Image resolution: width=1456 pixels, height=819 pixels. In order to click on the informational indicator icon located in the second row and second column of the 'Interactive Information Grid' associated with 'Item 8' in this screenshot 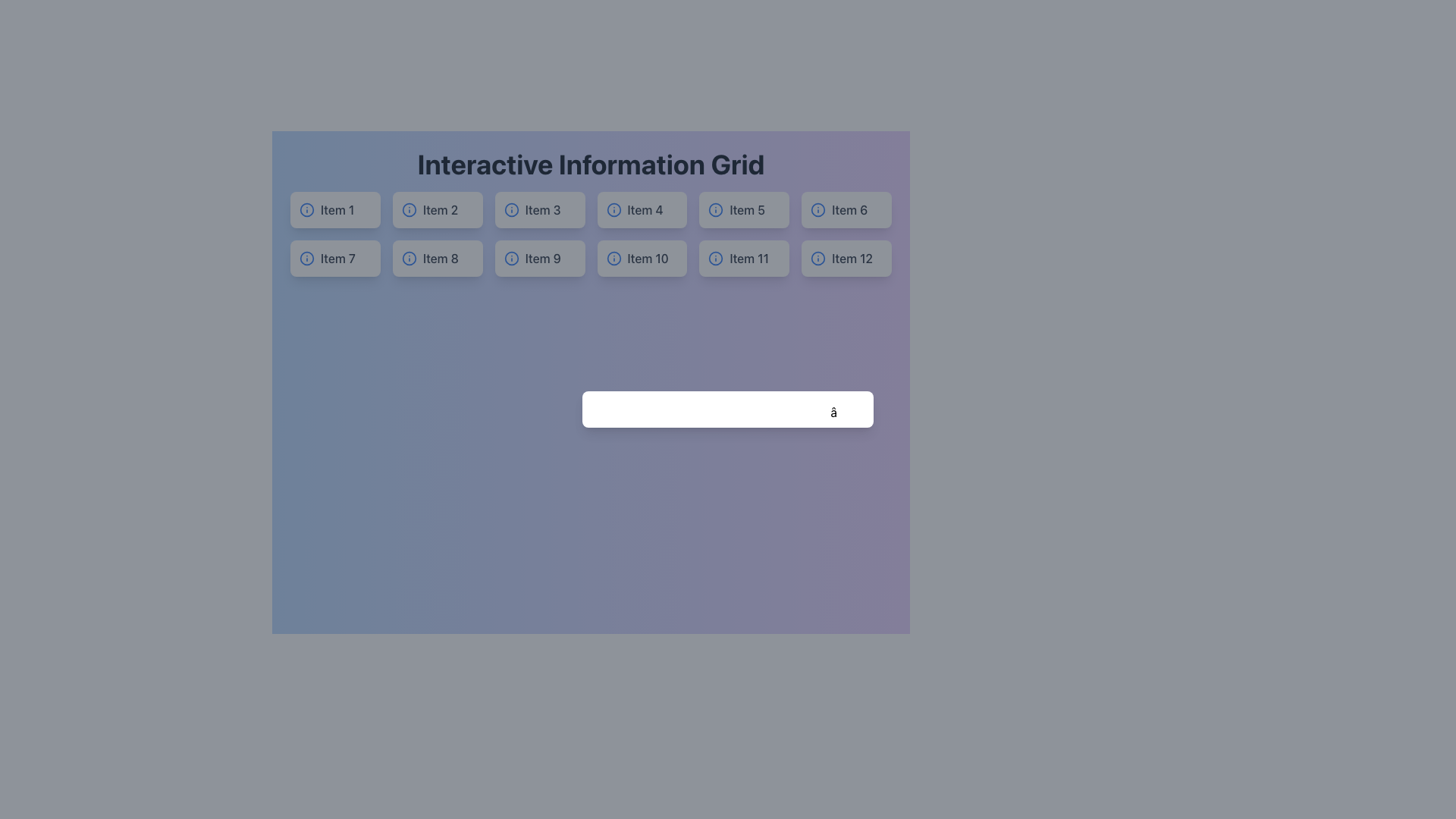, I will do `click(409, 257)`.